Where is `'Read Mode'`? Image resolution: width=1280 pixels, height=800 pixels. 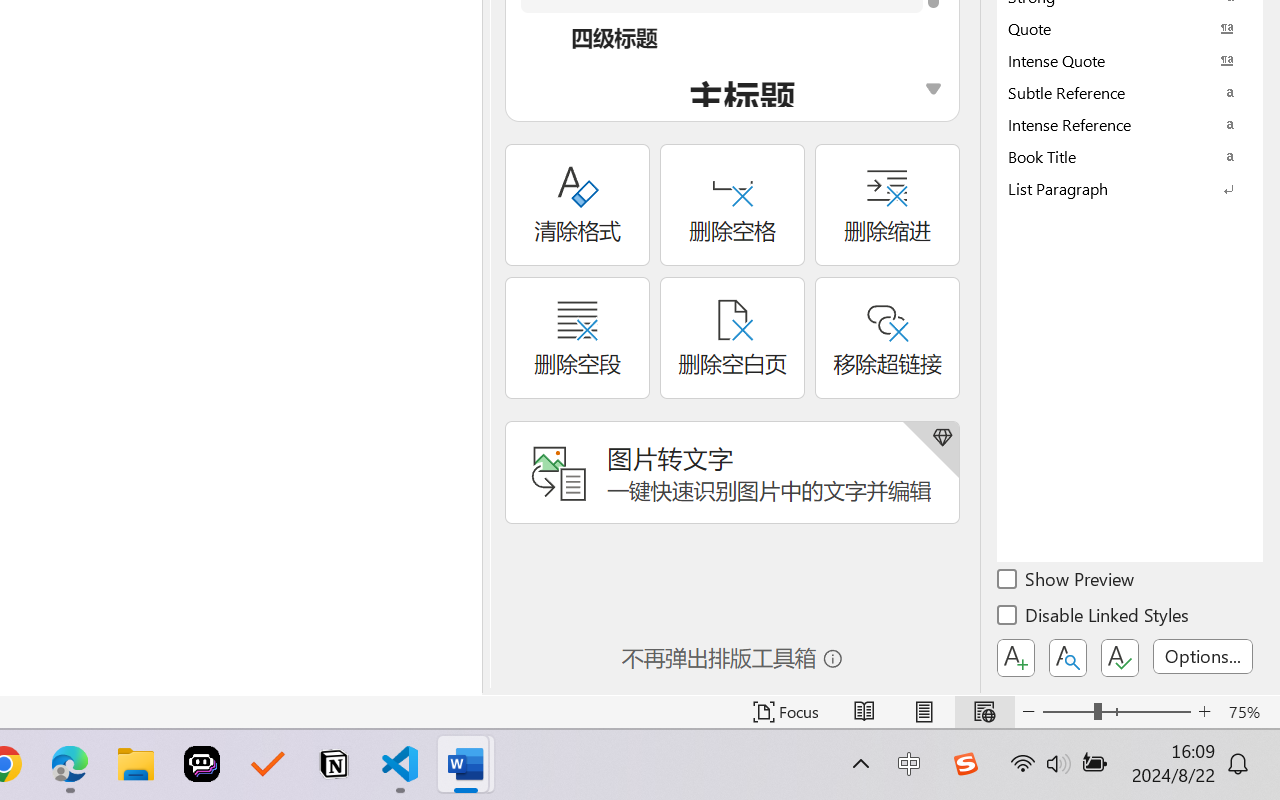 'Read Mode' is located at coordinates (864, 711).